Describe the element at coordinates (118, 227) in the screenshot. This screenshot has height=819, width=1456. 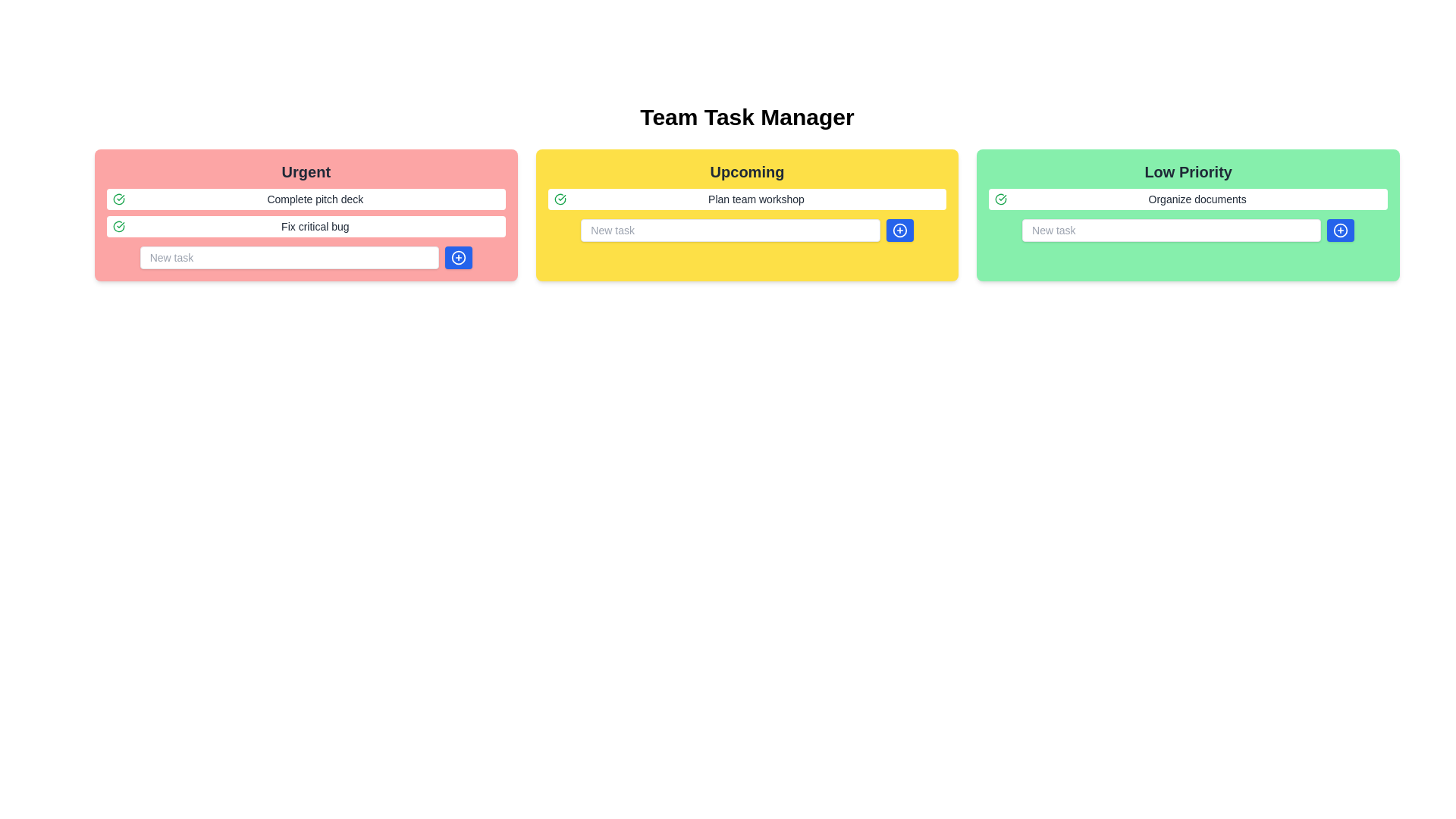
I see `the completion status icon for the task labeled 'Fix critical bug', which is located in the second row under the 'Urgent' column of the task board interface` at that location.